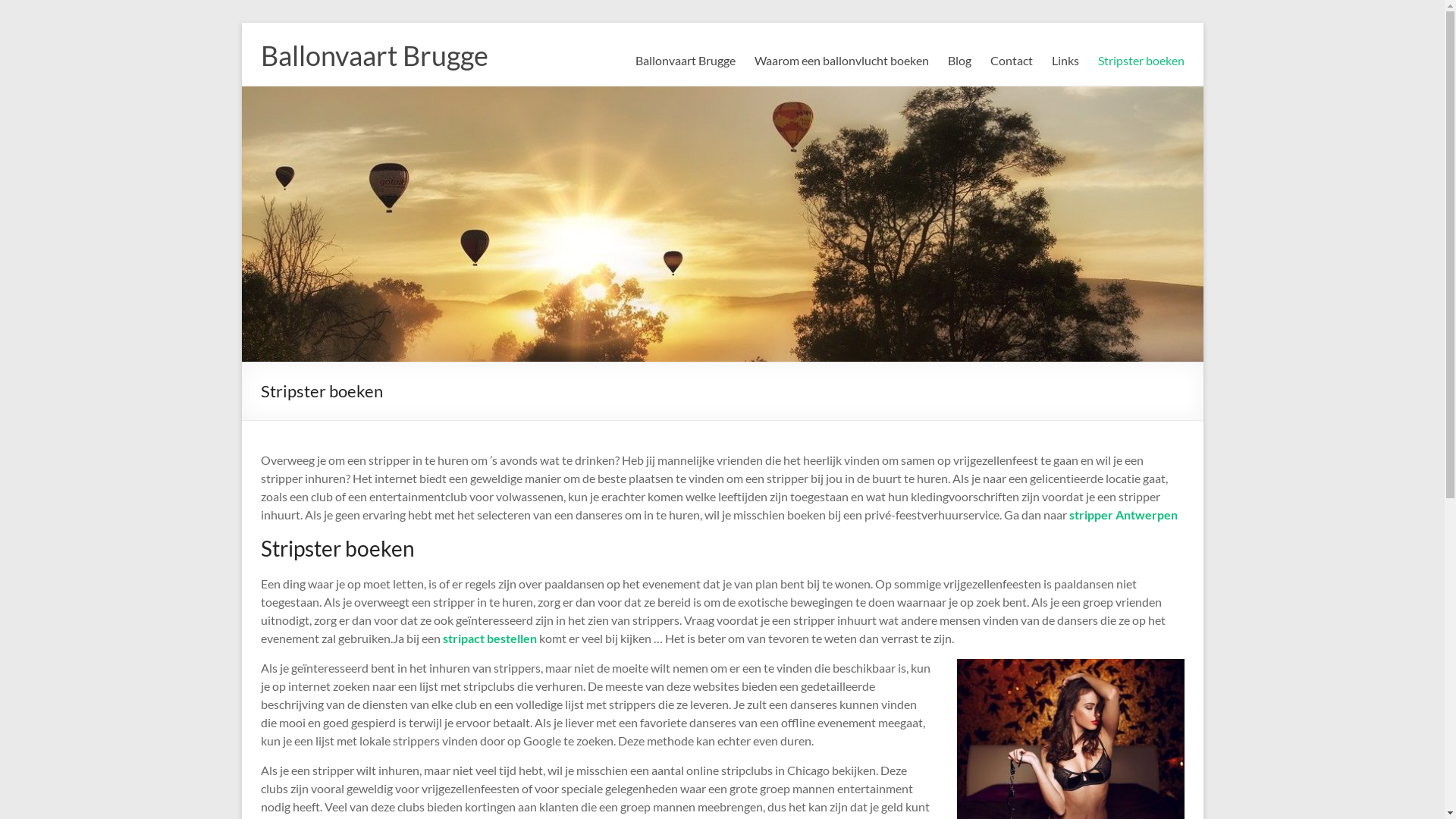 The width and height of the screenshot is (1456, 819). Describe the element at coordinates (1123, 513) in the screenshot. I see `'stripper Antwerpen'` at that location.